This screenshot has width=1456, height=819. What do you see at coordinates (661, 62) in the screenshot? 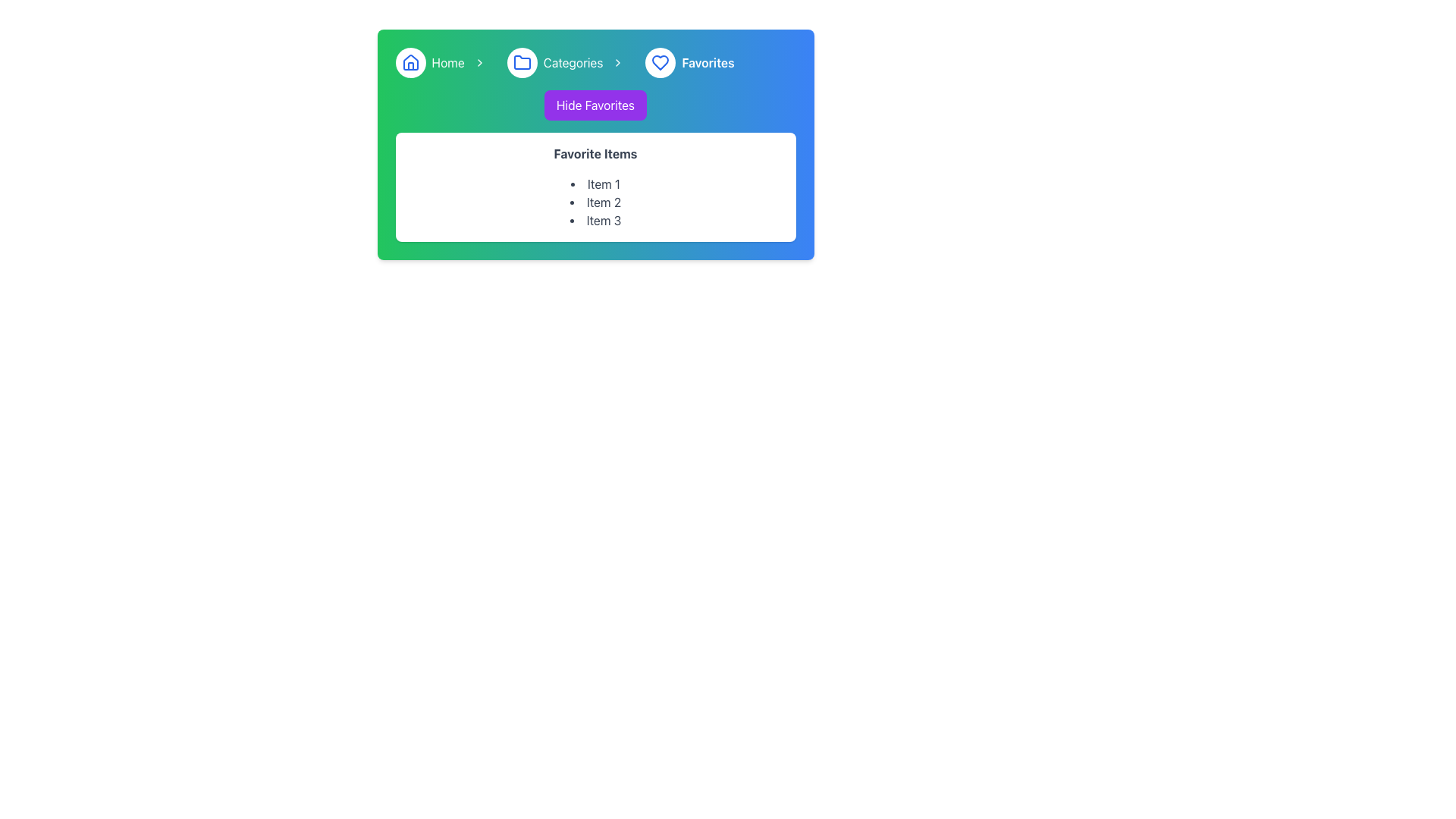
I see `the Icon Button related to favorites functionality, positioned on the navigation bar between 'Categories' and 'Favorites'` at bounding box center [661, 62].